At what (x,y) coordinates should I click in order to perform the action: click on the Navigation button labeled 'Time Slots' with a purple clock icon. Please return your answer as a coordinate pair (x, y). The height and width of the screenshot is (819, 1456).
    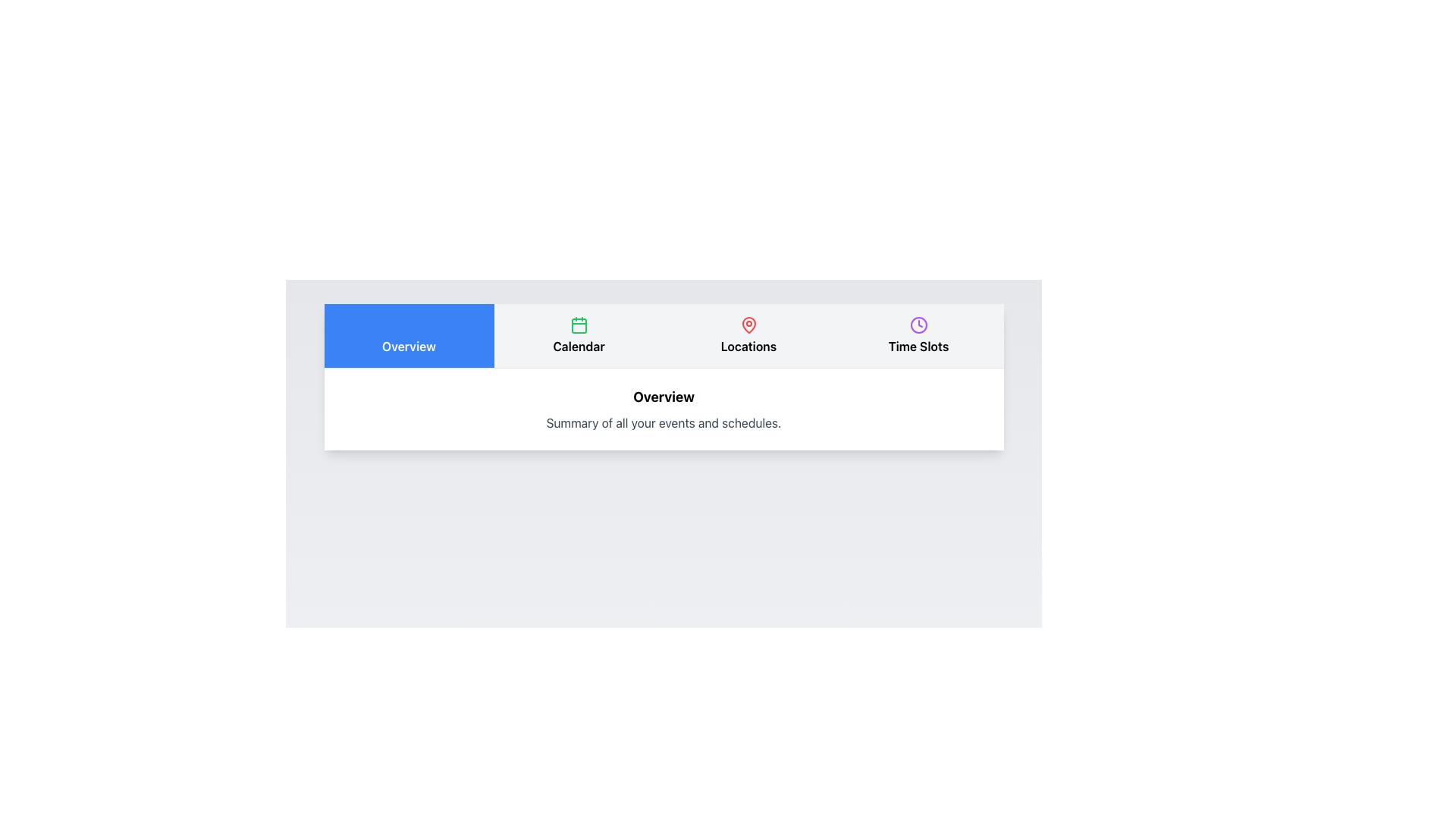
    Looking at the image, I should click on (918, 335).